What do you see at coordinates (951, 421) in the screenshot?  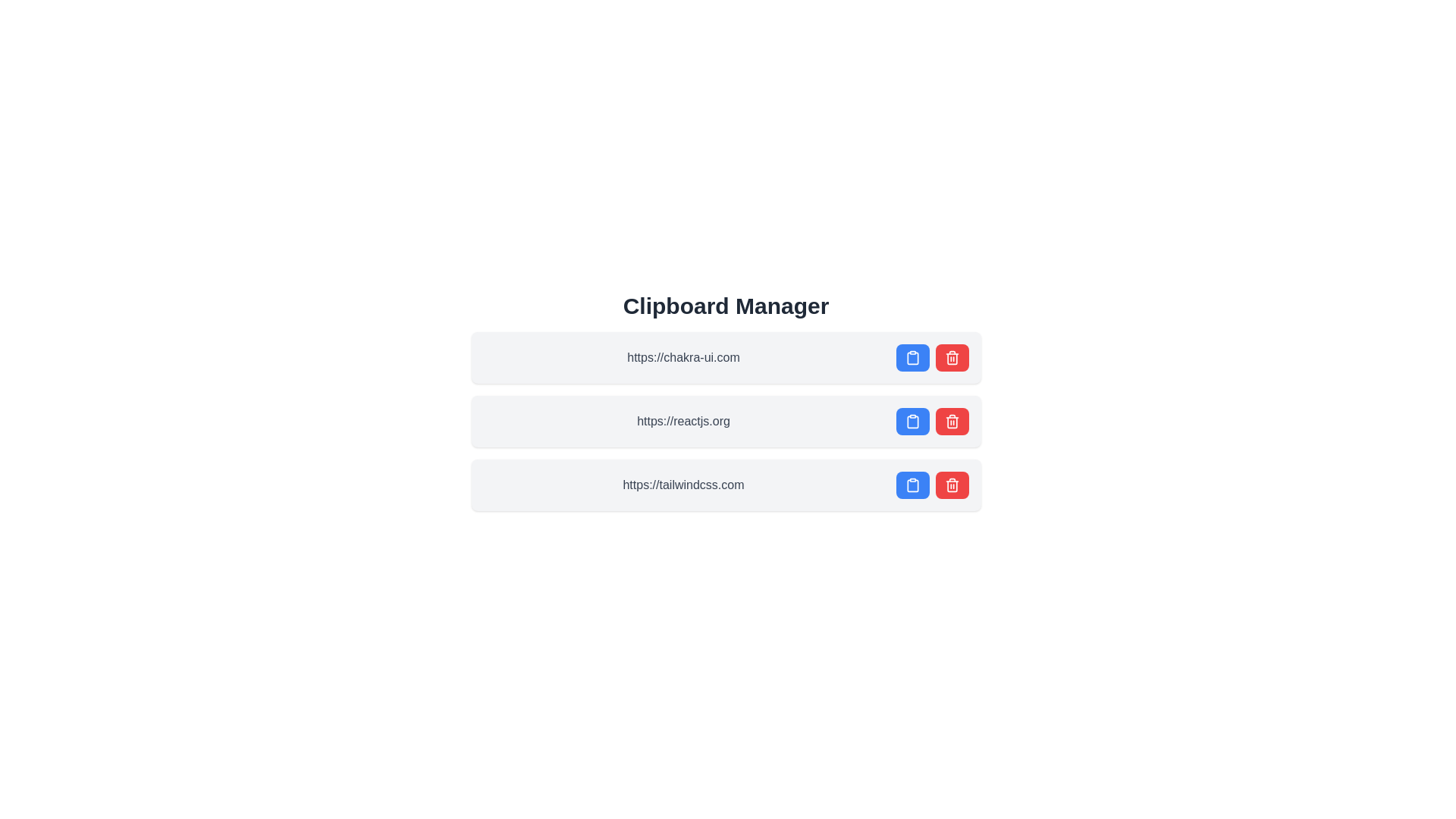 I see `the delete action button located on the right side of the list item` at bounding box center [951, 421].